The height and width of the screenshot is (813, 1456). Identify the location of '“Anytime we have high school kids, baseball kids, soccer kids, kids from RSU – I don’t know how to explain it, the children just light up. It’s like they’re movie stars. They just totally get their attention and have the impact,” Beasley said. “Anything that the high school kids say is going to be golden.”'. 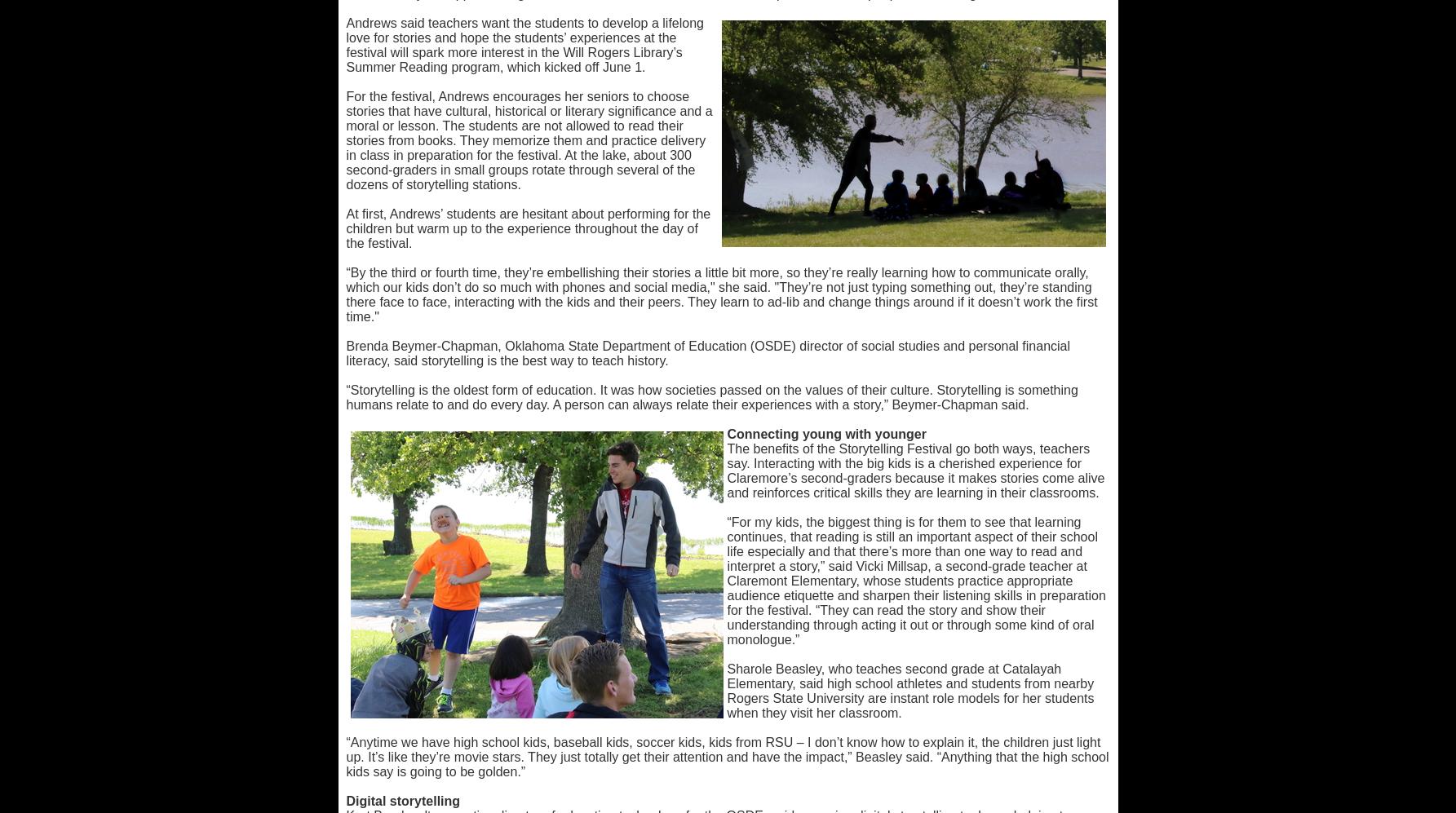
(727, 757).